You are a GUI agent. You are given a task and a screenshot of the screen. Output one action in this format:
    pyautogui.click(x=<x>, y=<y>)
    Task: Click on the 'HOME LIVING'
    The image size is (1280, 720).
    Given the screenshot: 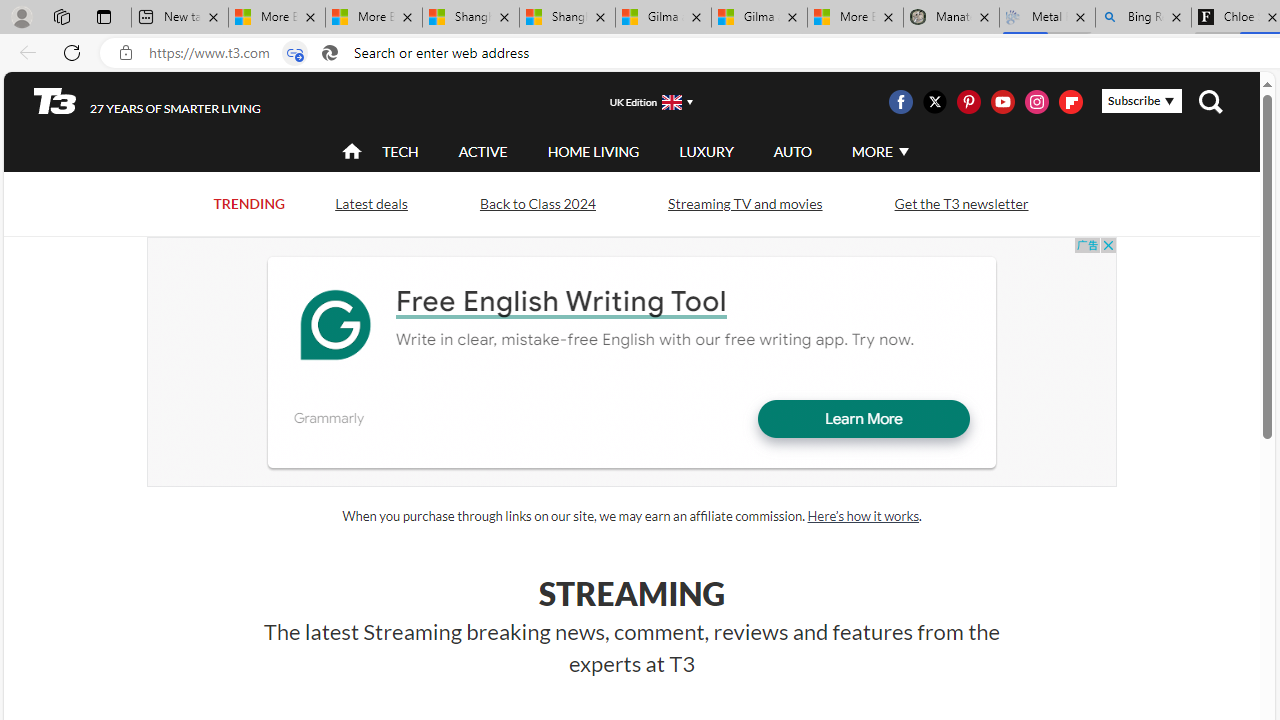 What is the action you would take?
    pyautogui.click(x=592, y=150)
    